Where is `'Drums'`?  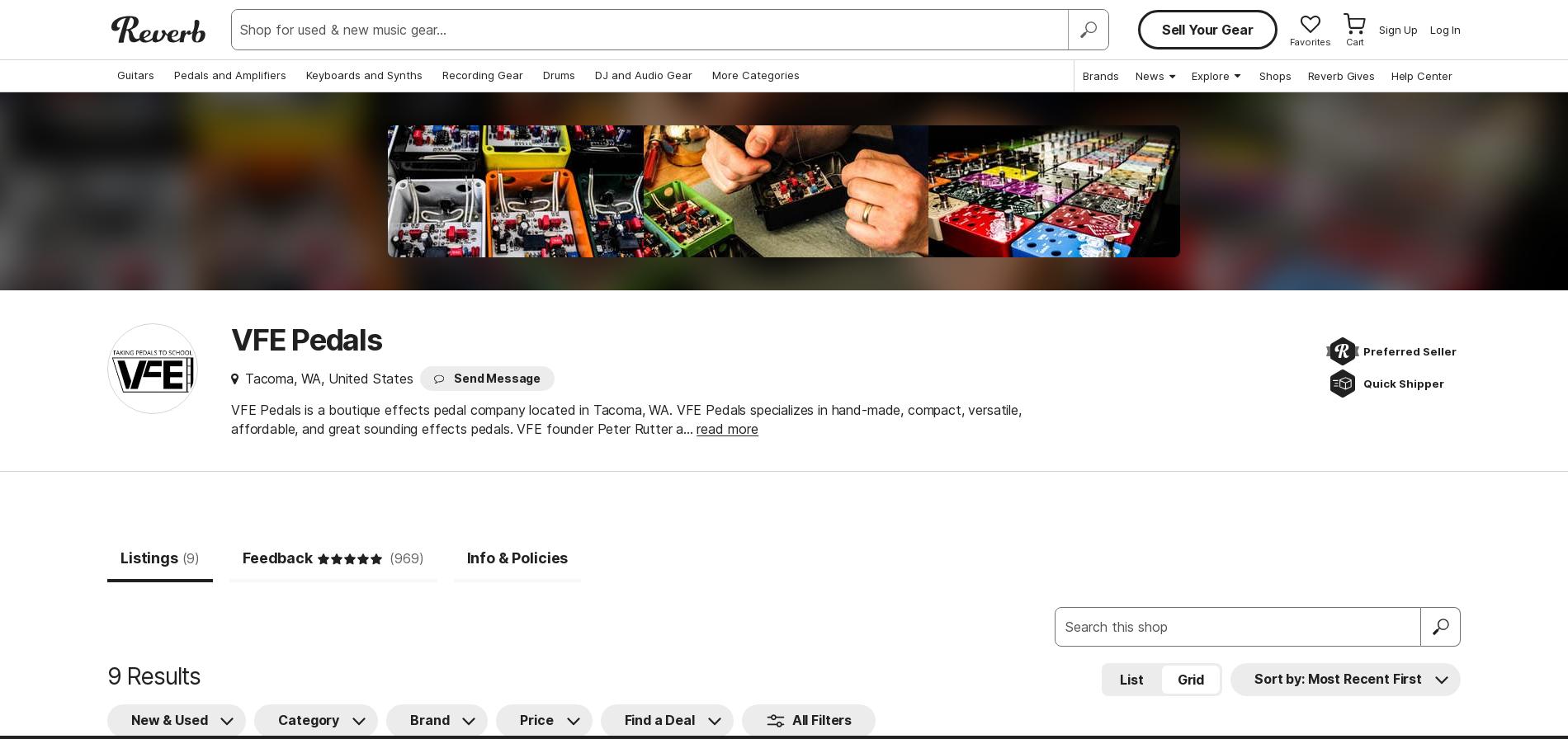
'Drums' is located at coordinates (559, 75).